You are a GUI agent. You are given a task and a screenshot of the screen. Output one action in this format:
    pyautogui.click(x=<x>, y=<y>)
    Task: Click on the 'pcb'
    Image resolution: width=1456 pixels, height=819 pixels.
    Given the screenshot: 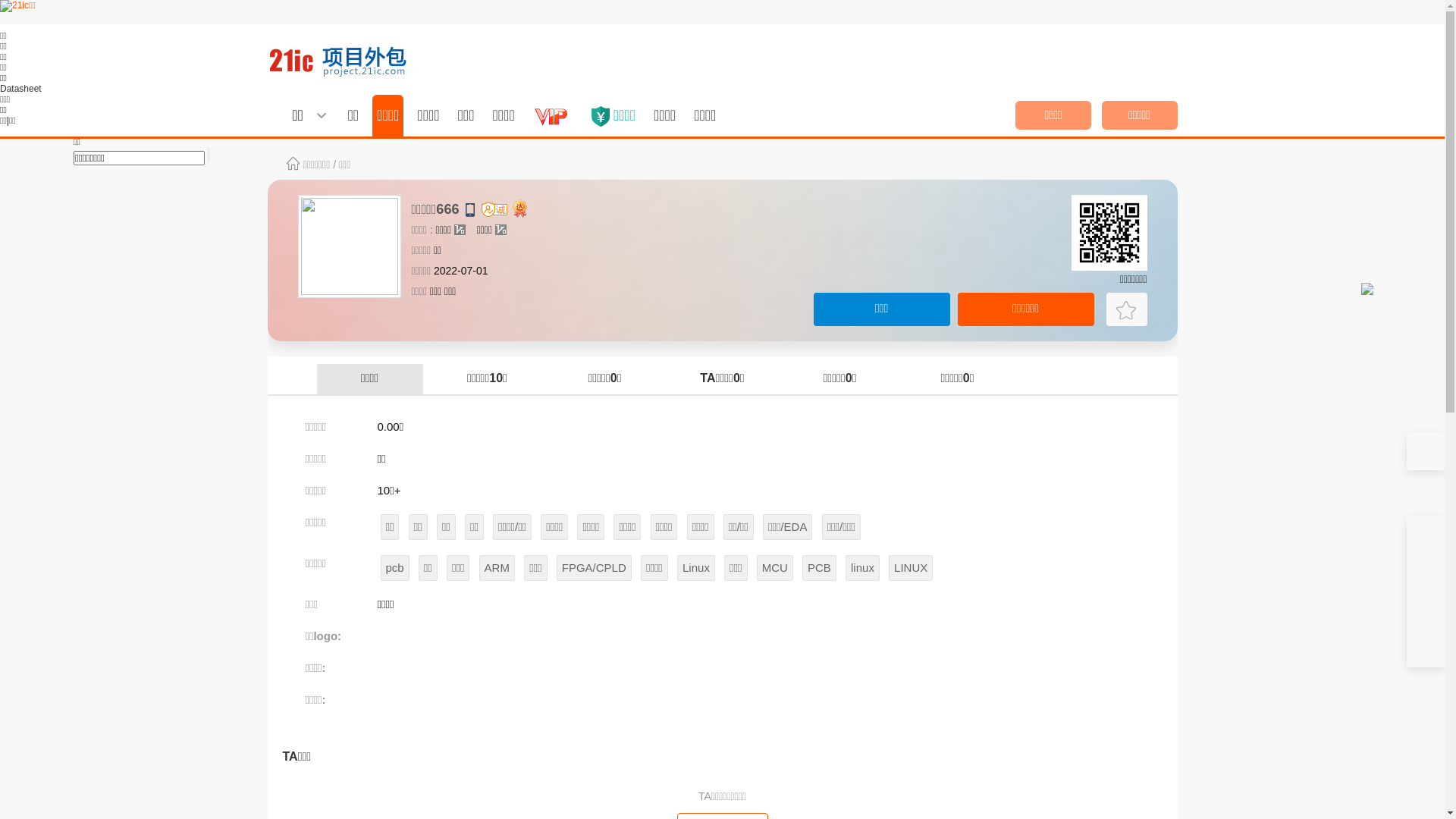 What is the action you would take?
    pyautogui.click(x=381, y=567)
    